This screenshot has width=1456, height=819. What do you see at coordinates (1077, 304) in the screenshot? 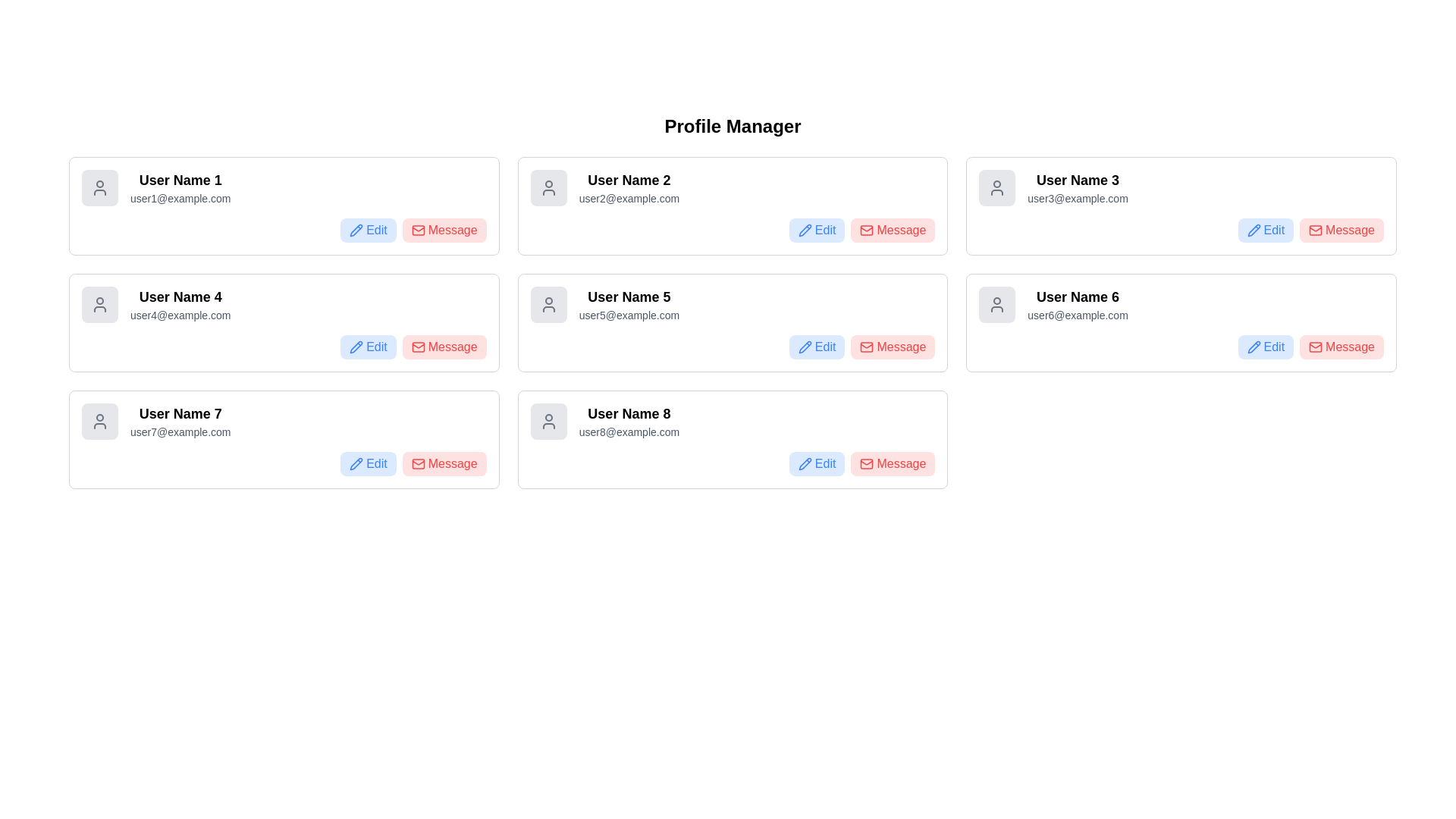
I see `the Text Display Block that shows 'User Name 6' located in the second row, second column under the 'Profile Manager' header` at bounding box center [1077, 304].